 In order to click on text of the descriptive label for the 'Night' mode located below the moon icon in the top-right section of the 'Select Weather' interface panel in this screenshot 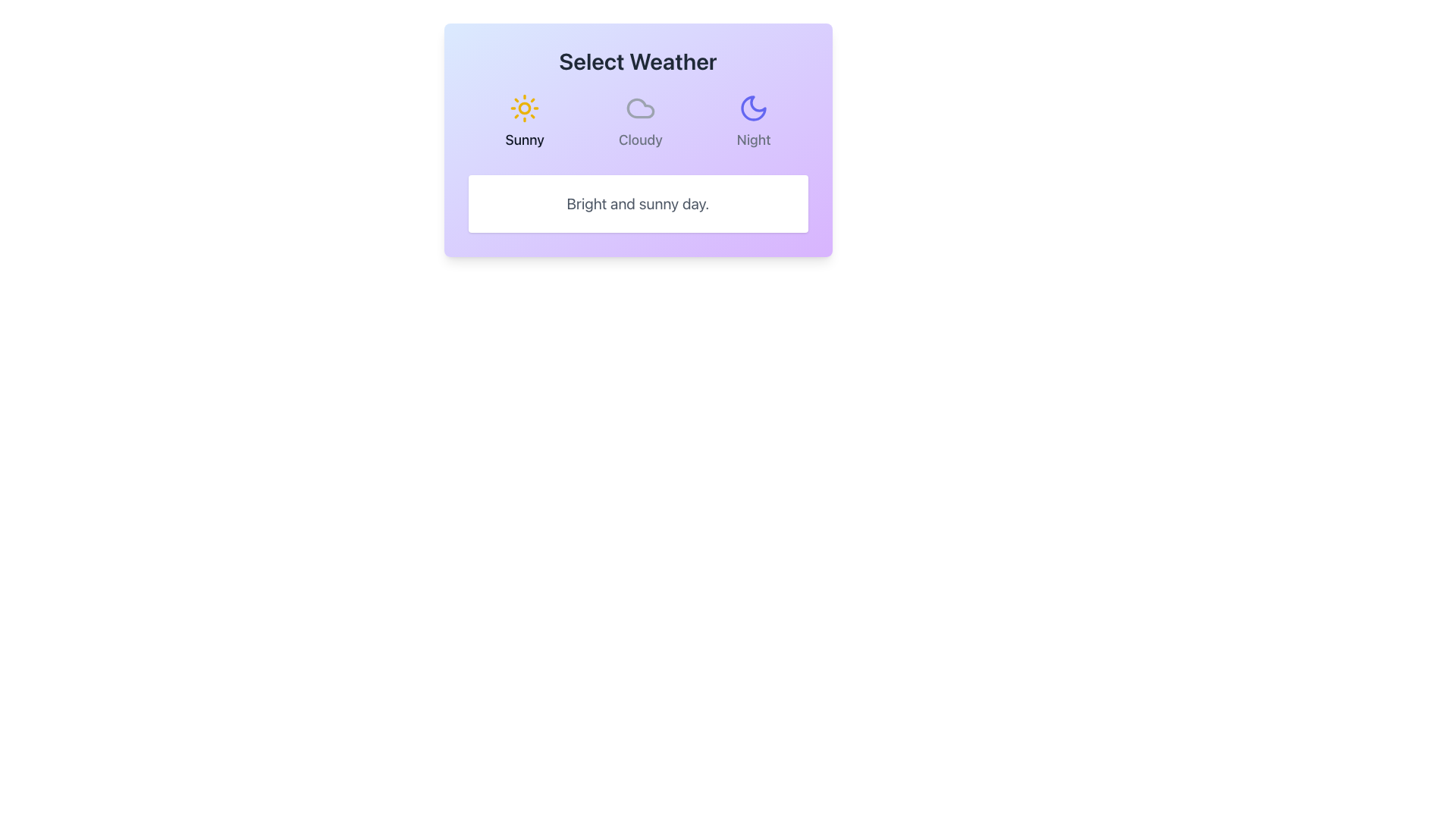, I will do `click(754, 140)`.